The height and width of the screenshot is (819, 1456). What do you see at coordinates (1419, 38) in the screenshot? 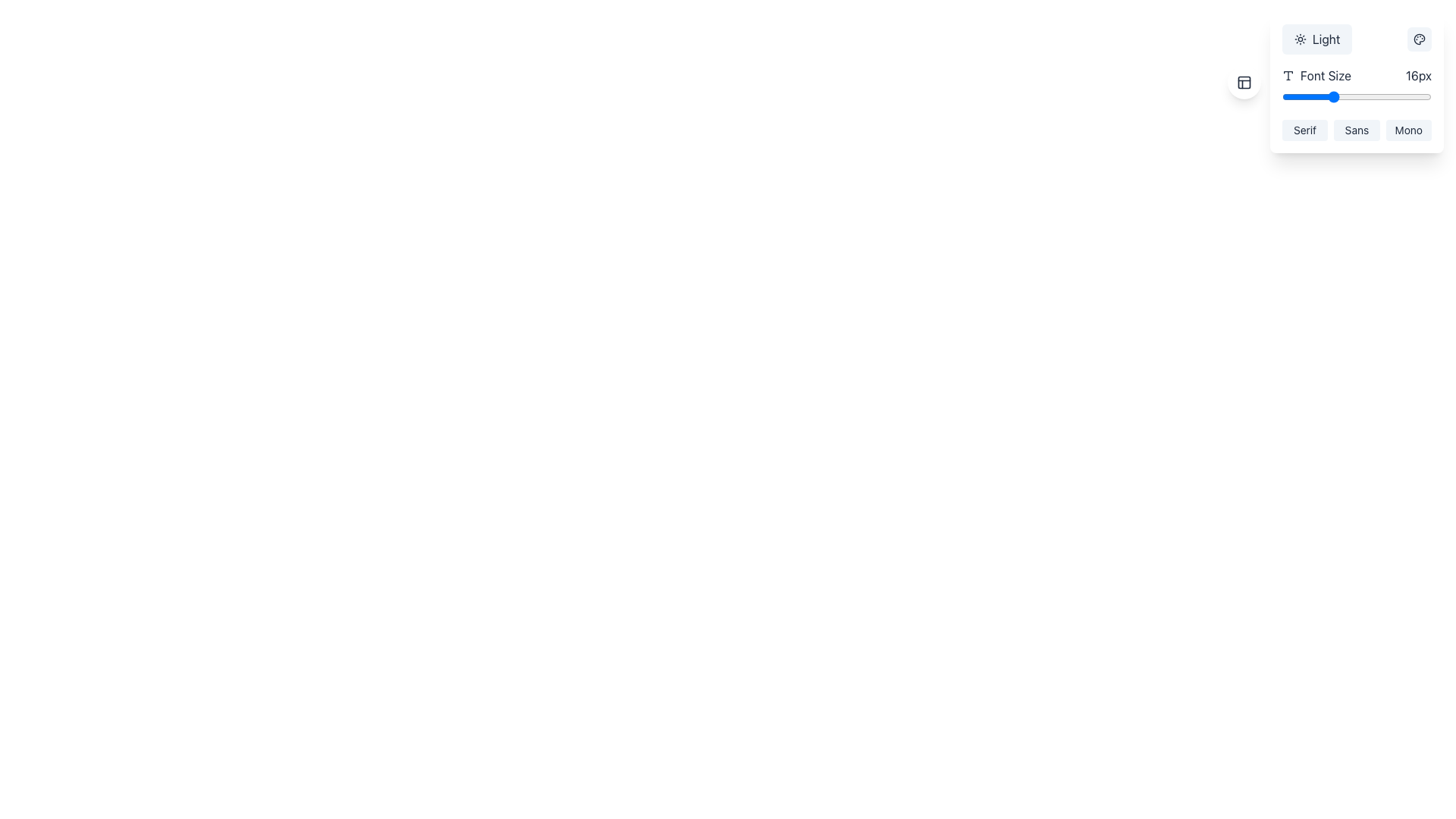
I see `the color adjustment icon located in the top-right corner of the UI, which serves as a visual representation for theme or color adjustments` at bounding box center [1419, 38].